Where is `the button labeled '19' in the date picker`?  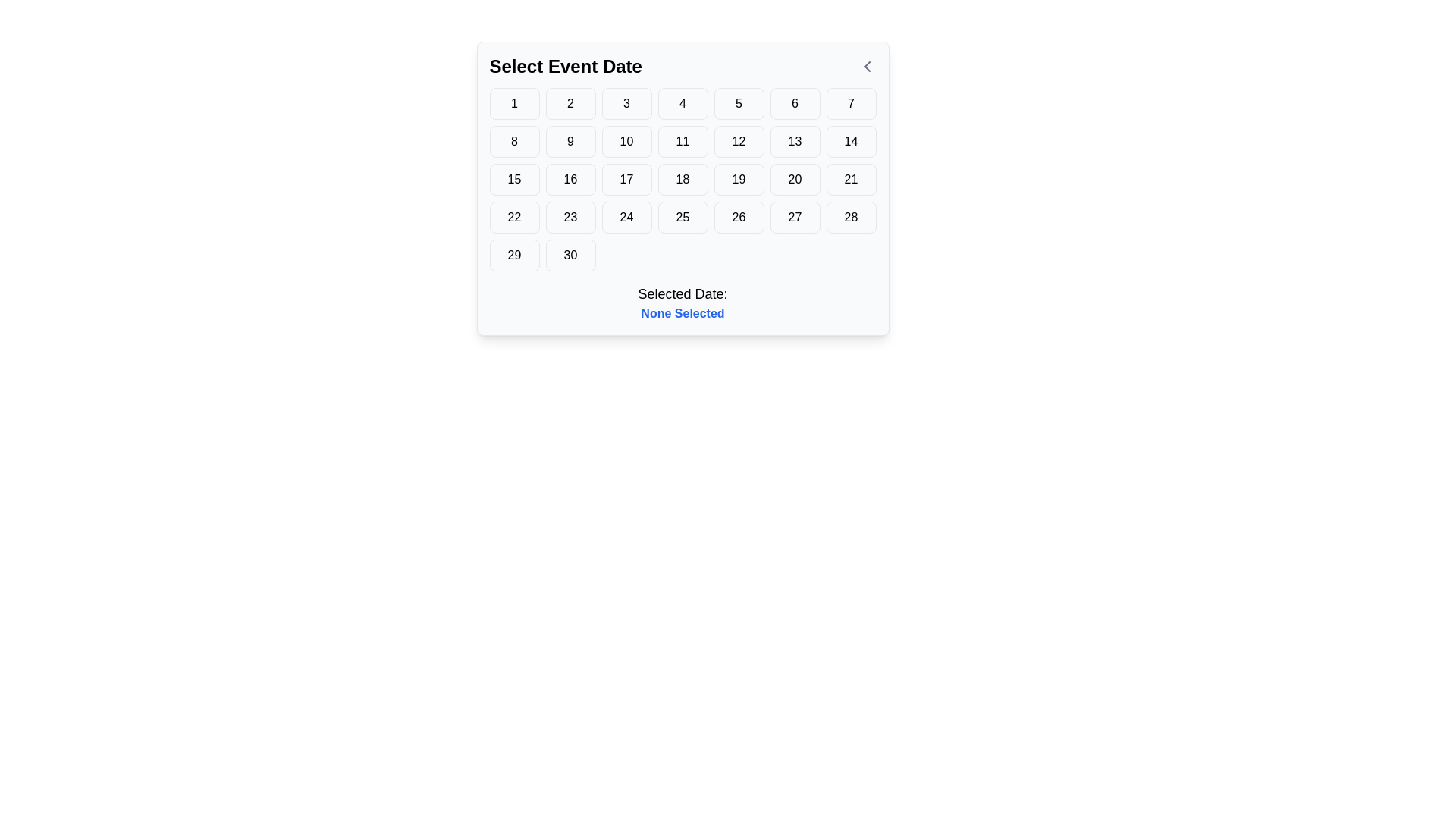 the button labeled '19' in the date picker is located at coordinates (739, 178).